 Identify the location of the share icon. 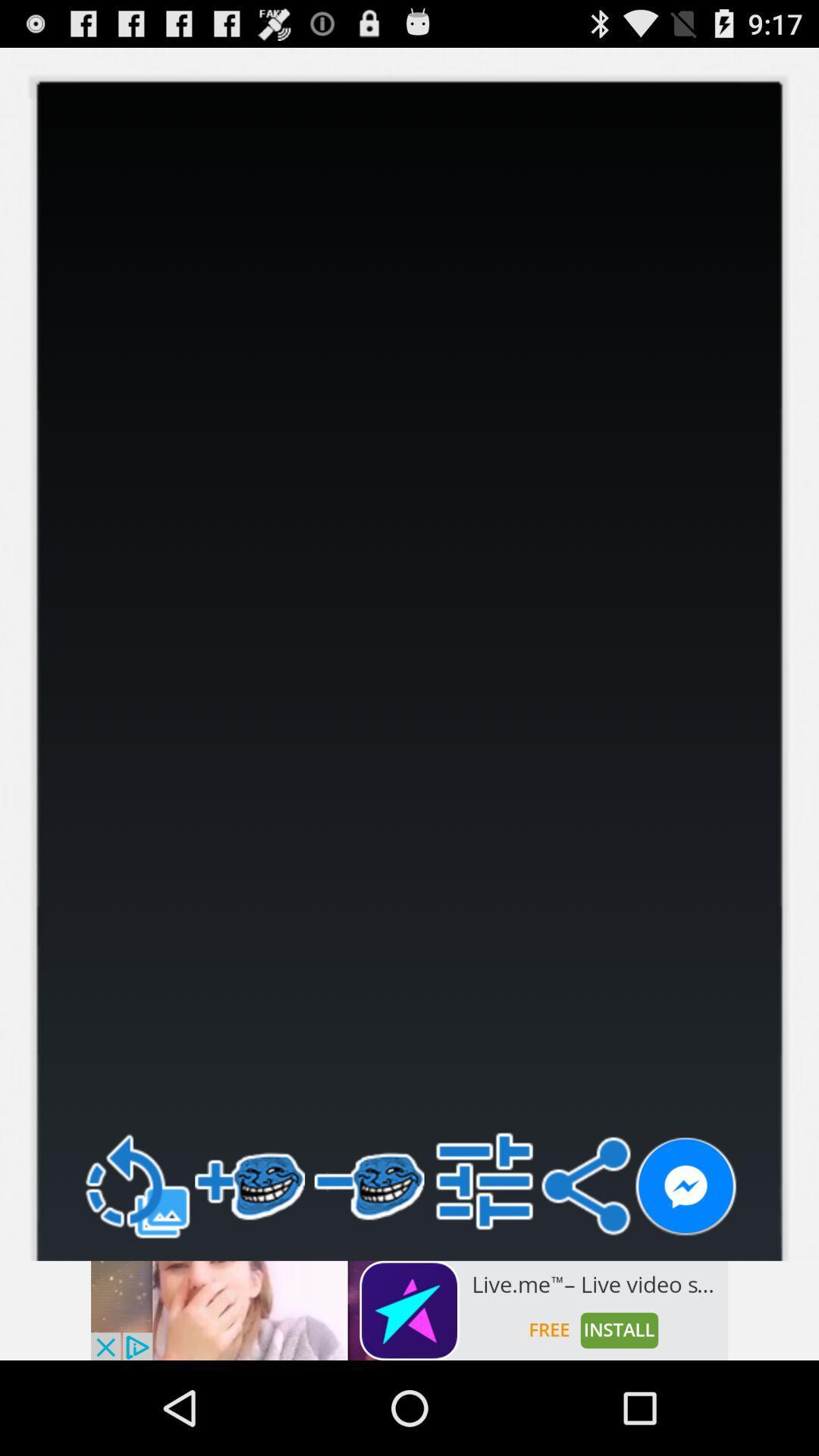
(585, 1269).